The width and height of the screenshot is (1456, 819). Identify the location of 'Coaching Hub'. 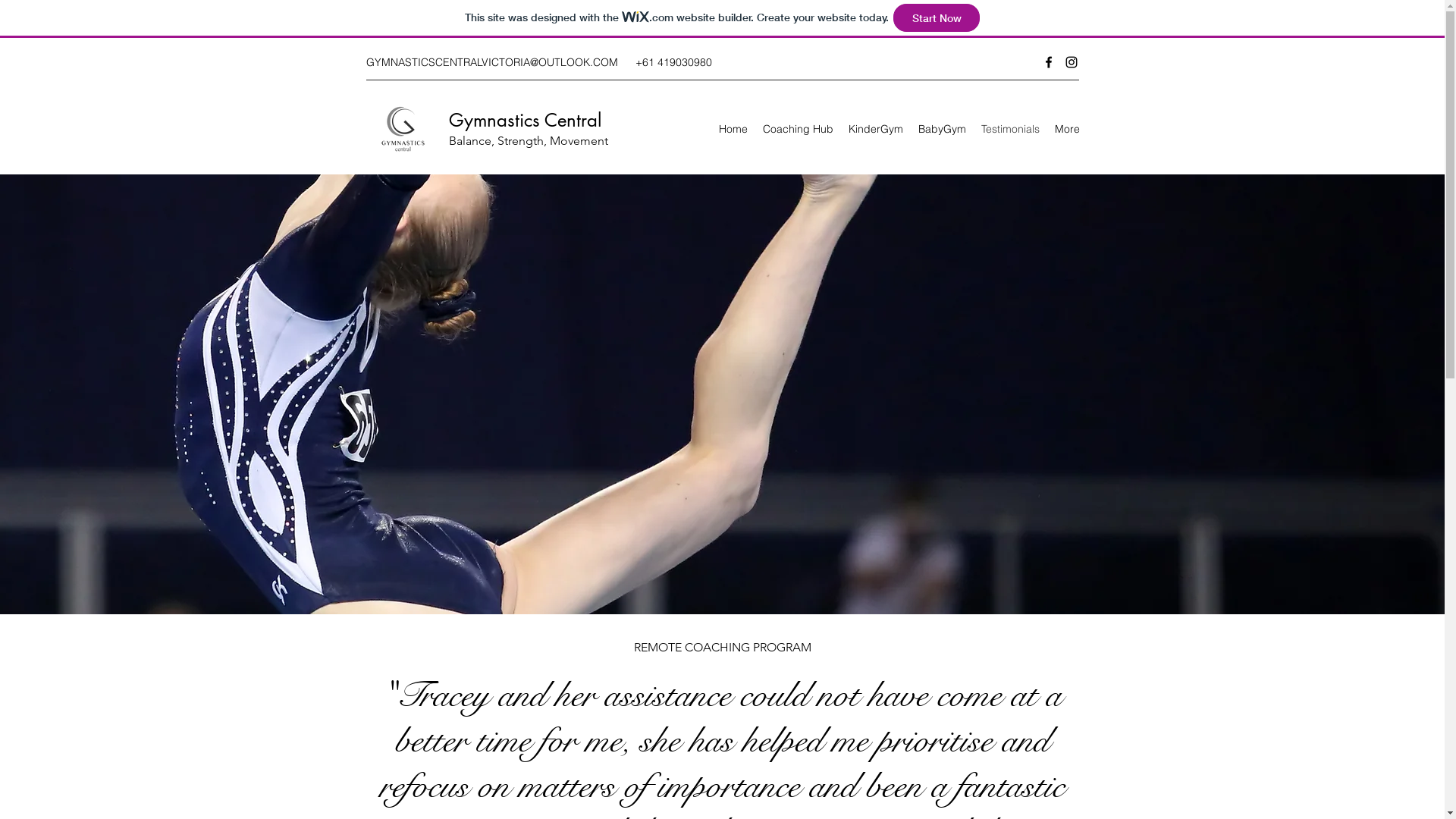
(797, 127).